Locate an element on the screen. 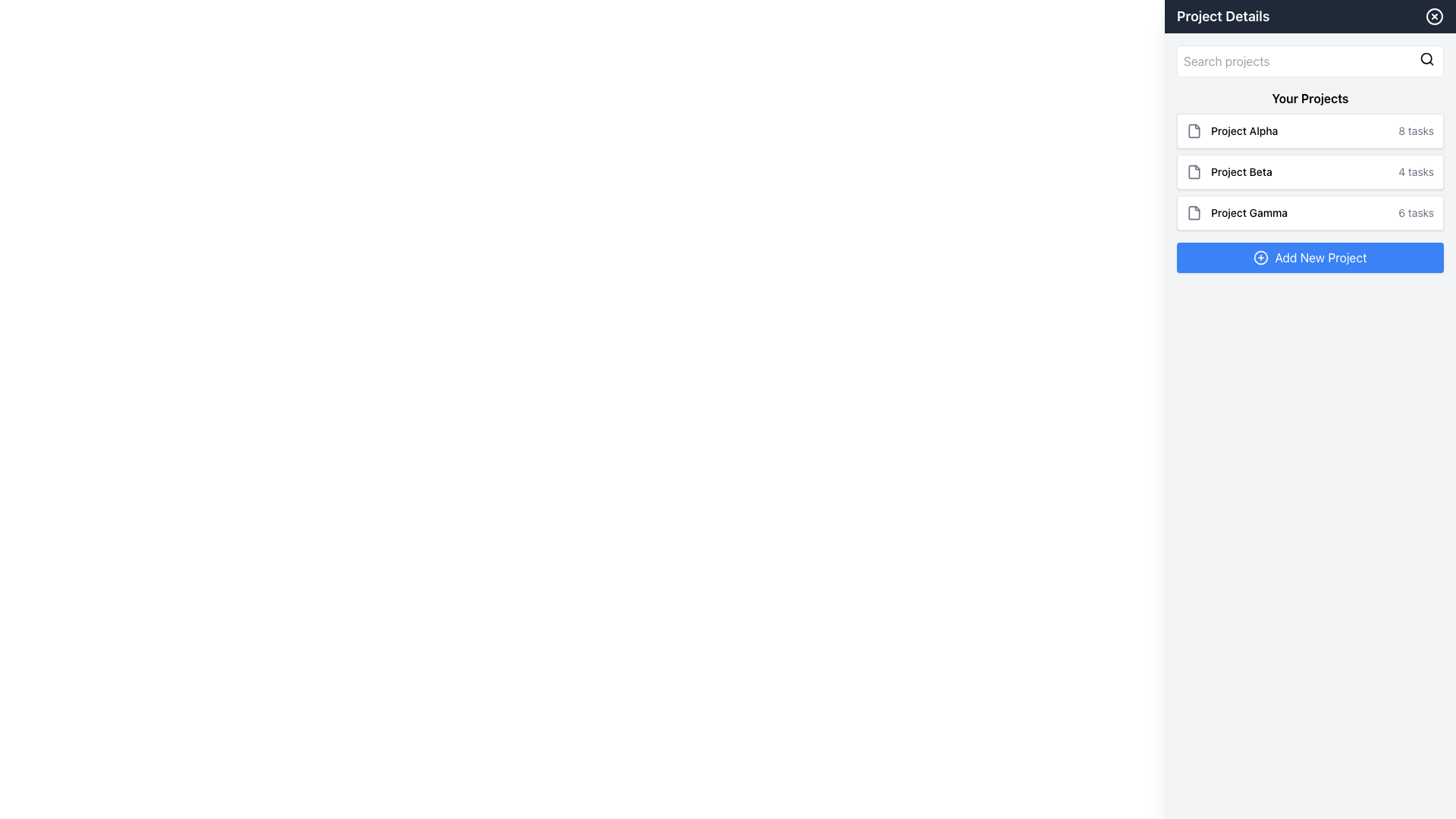  the text label 'Project Gamma' which is the third entry in the project list, positioned to the right of a file icon is located at coordinates (1249, 213).